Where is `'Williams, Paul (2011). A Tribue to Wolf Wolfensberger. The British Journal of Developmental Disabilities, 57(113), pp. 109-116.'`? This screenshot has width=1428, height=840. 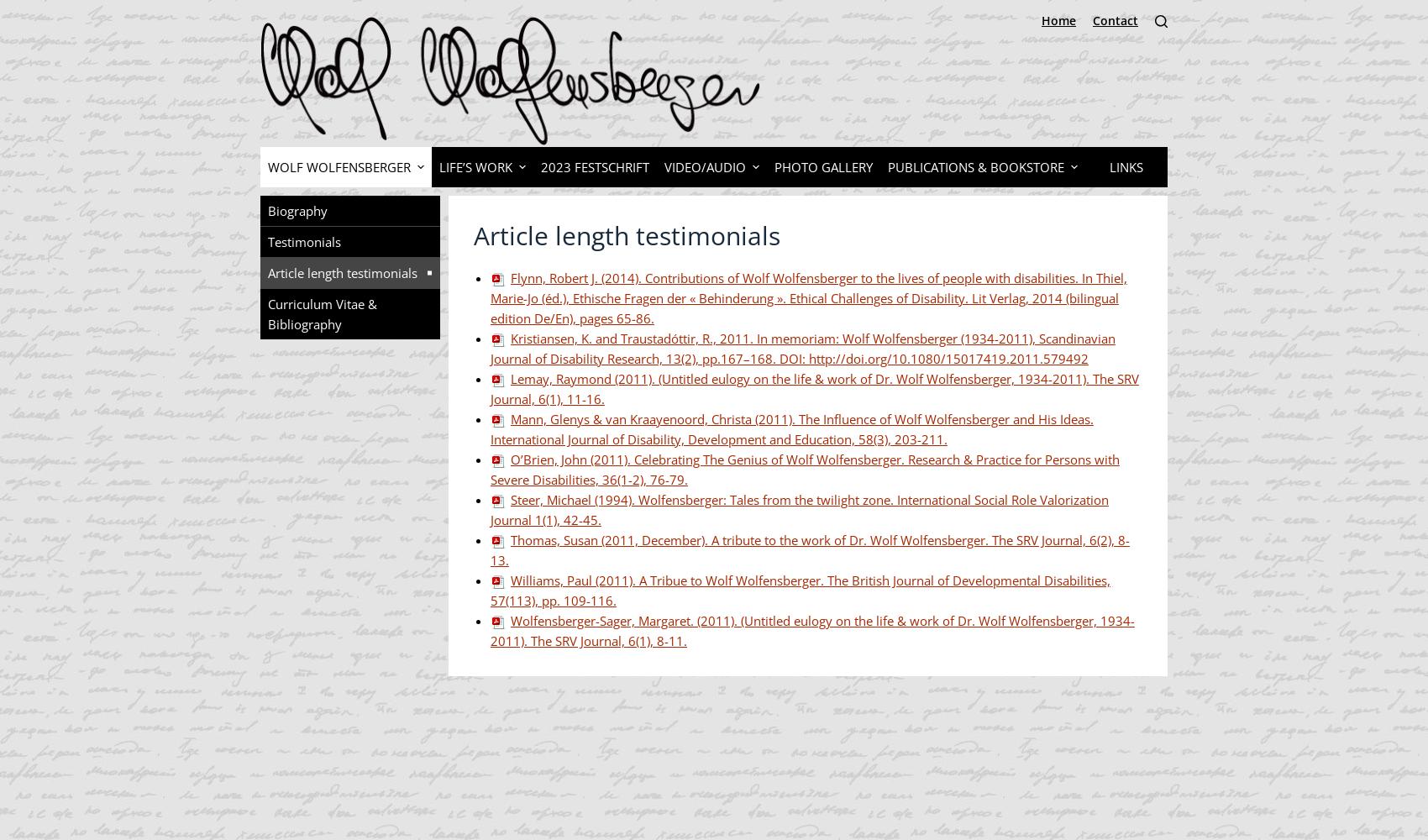
'Williams, Paul (2011). A Tribue to Wolf Wolfensberger. The British Journal of Developmental Disabilities, 57(113), pp. 109-116.' is located at coordinates (800, 590).